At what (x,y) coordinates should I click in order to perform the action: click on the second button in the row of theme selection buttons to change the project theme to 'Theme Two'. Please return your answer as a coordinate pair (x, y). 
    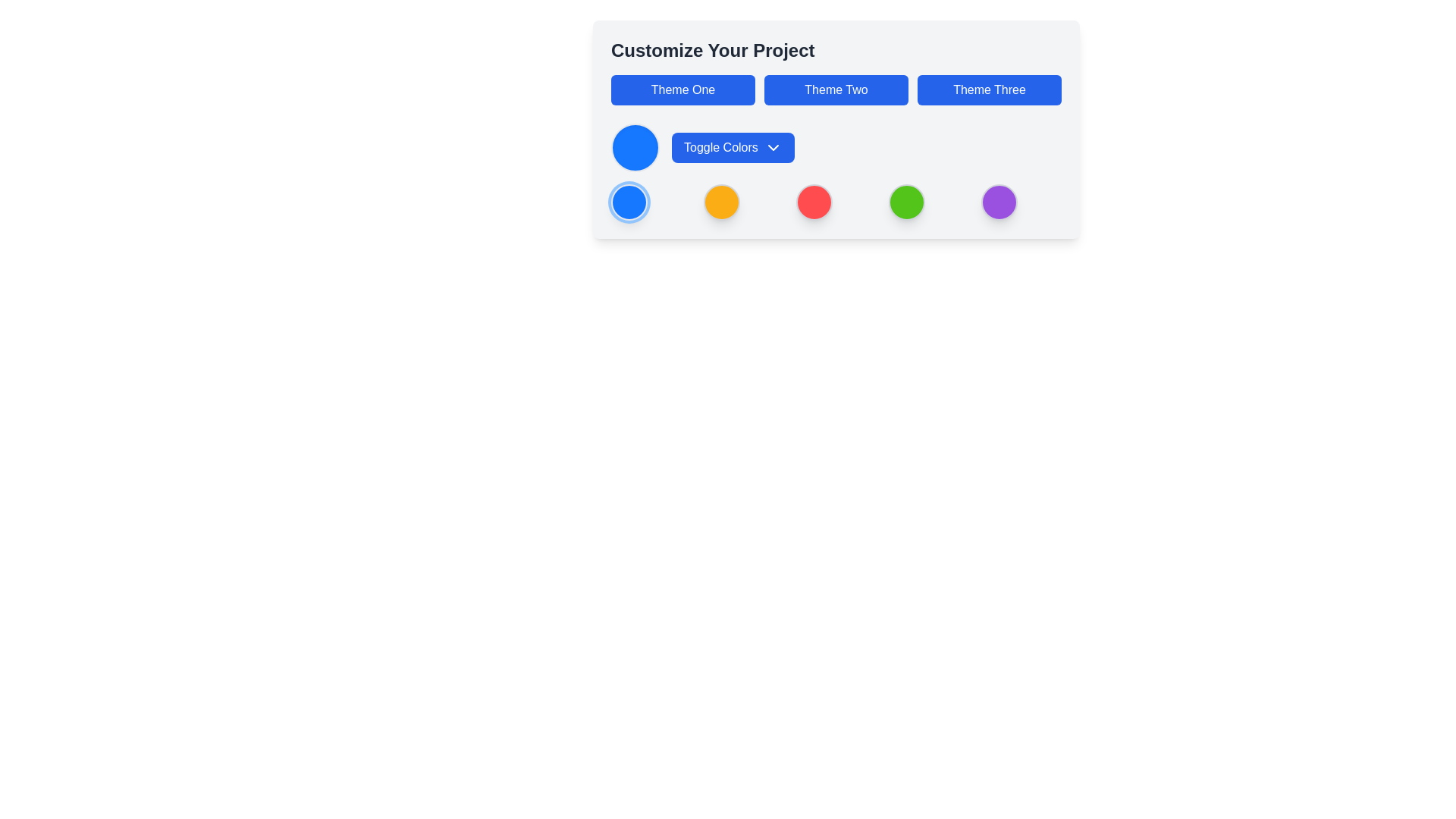
    Looking at the image, I should click on (836, 90).